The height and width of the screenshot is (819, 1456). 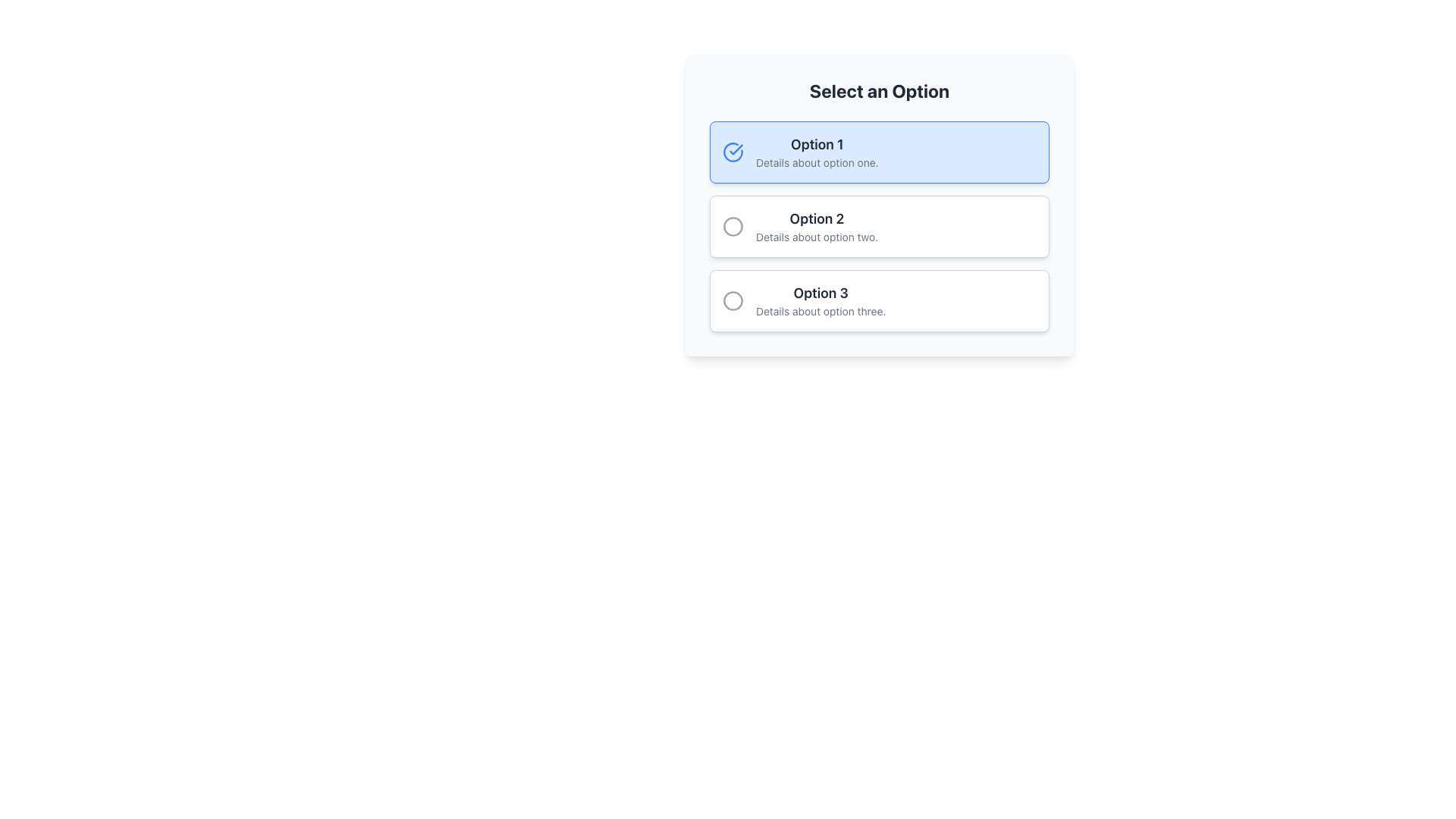 I want to click on the small text segment located below the title 'Option 1' in the selection menu, which provides additional details about the option, so click(x=816, y=163).